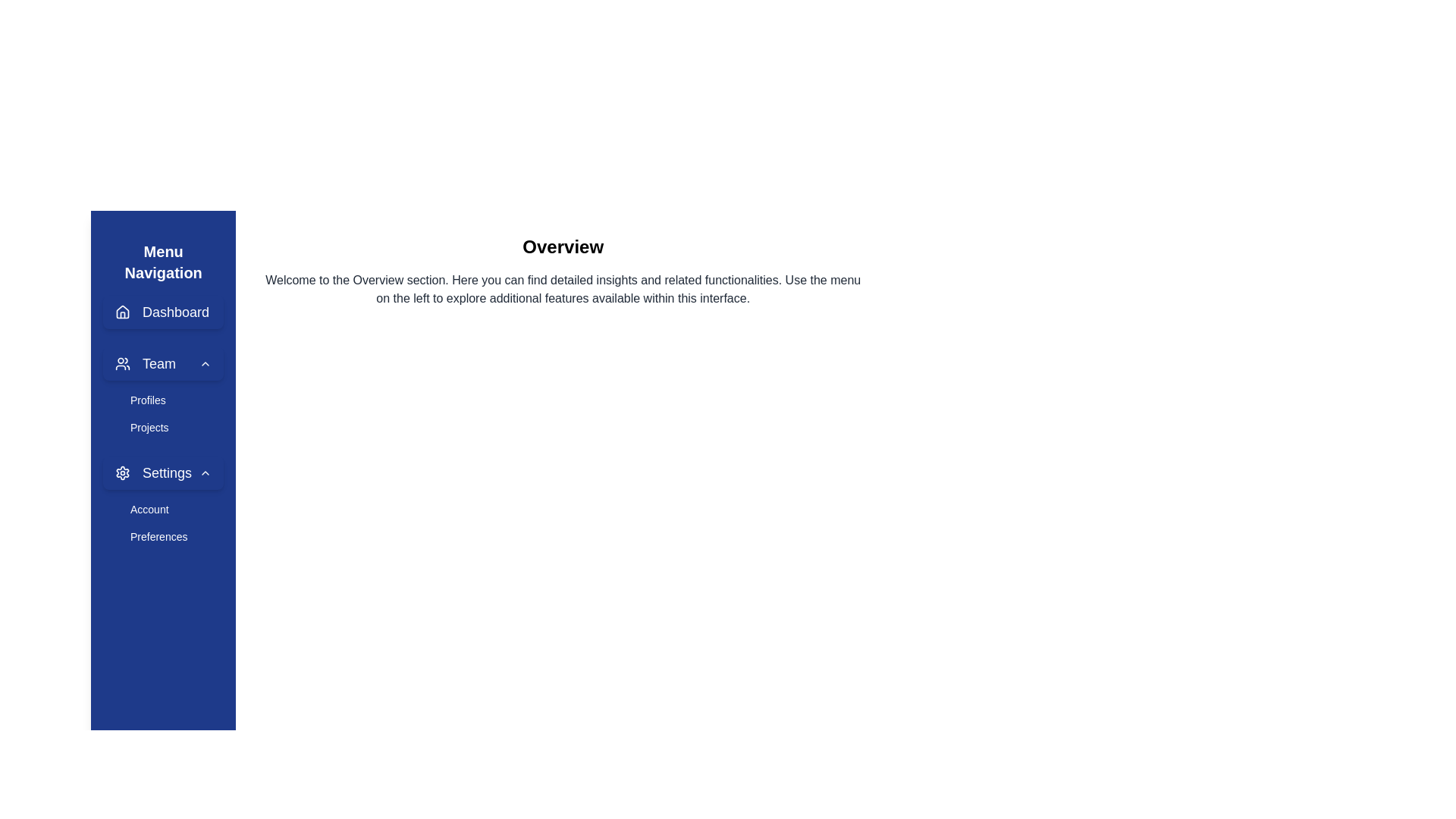 This screenshot has height=819, width=1456. What do you see at coordinates (123, 472) in the screenshot?
I see `the gear icon which serves as a visual cue for the settings-related menu item located in the left navigation panel, immediately to the left of the 'Settings' label` at bounding box center [123, 472].